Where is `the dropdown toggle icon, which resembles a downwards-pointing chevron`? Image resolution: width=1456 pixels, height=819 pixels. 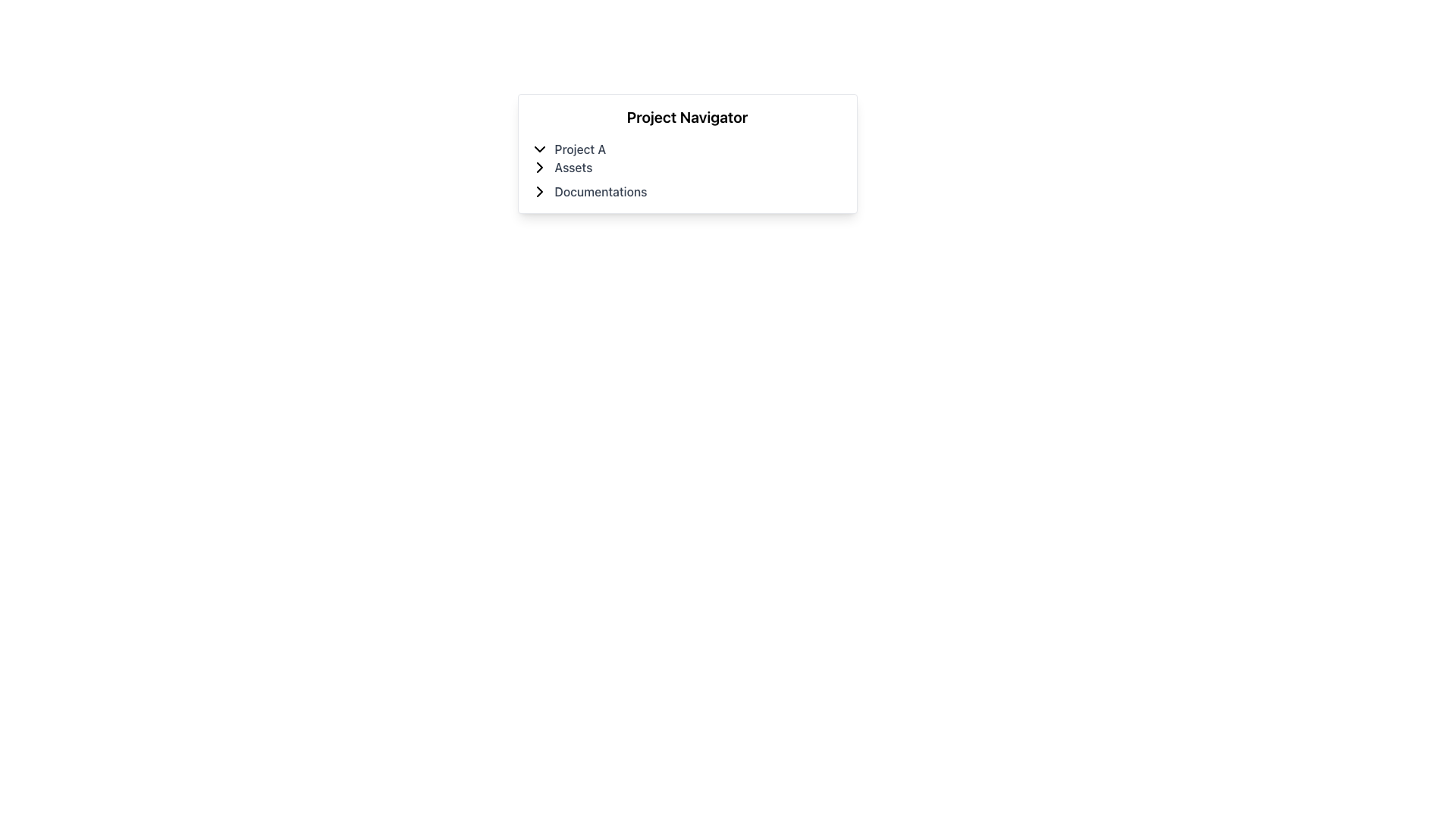 the dropdown toggle icon, which resembles a downwards-pointing chevron is located at coordinates (539, 149).